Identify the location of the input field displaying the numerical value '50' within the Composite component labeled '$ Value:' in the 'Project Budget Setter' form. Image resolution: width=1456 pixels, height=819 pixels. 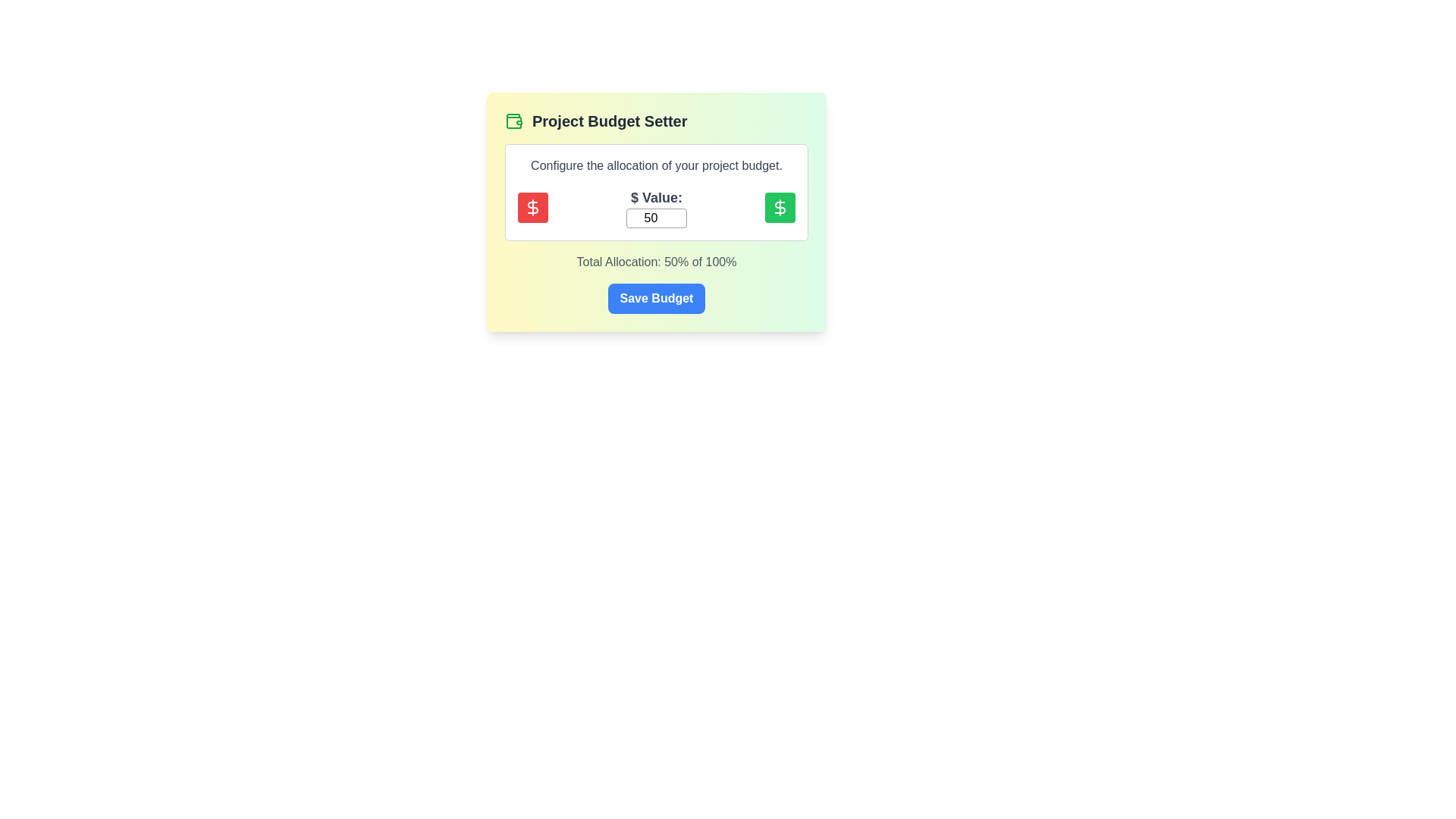
(656, 207).